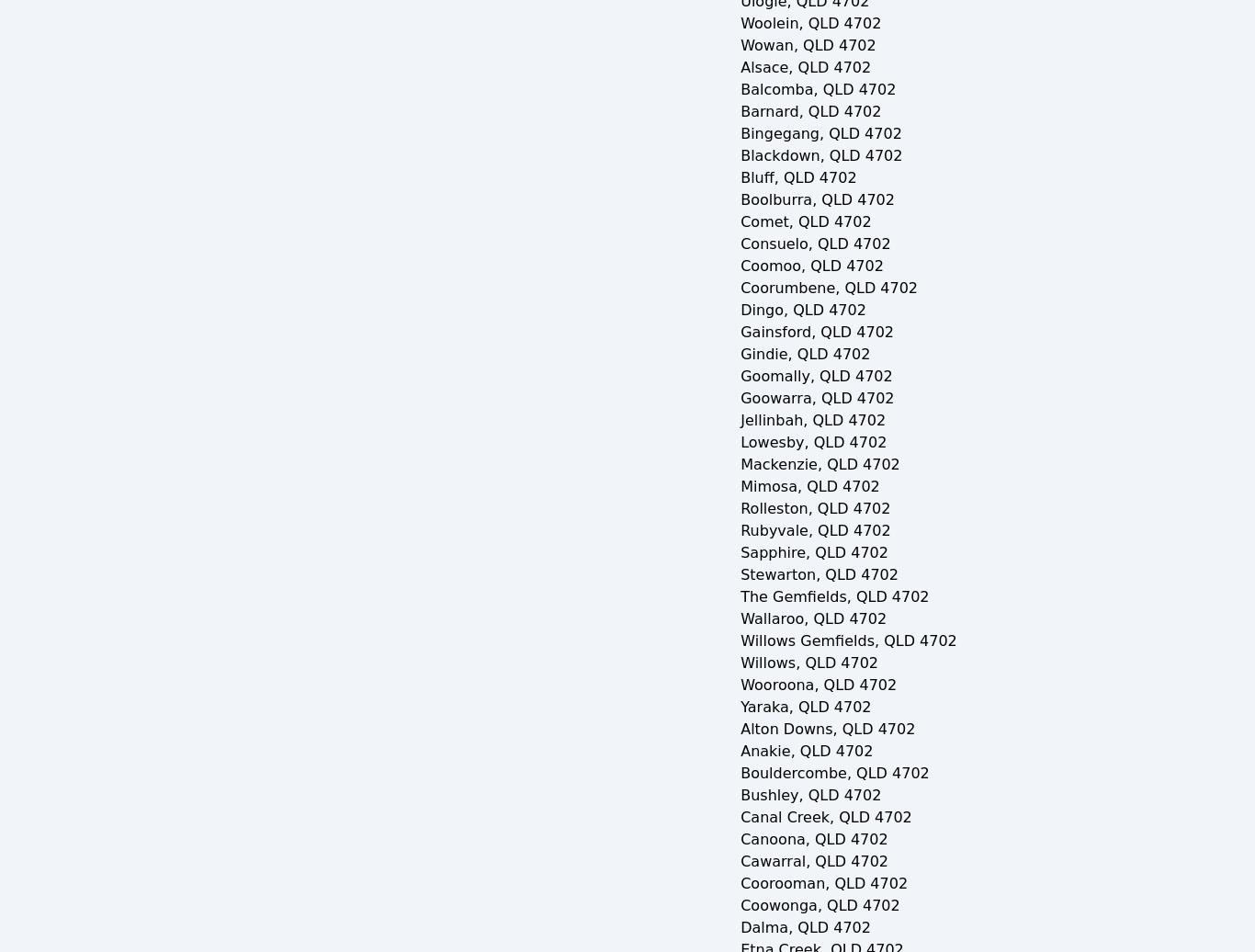 The height and width of the screenshot is (952, 1255). Describe the element at coordinates (739, 398) in the screenshot. I see `'Goowarra, QLD 4702'` at that location.